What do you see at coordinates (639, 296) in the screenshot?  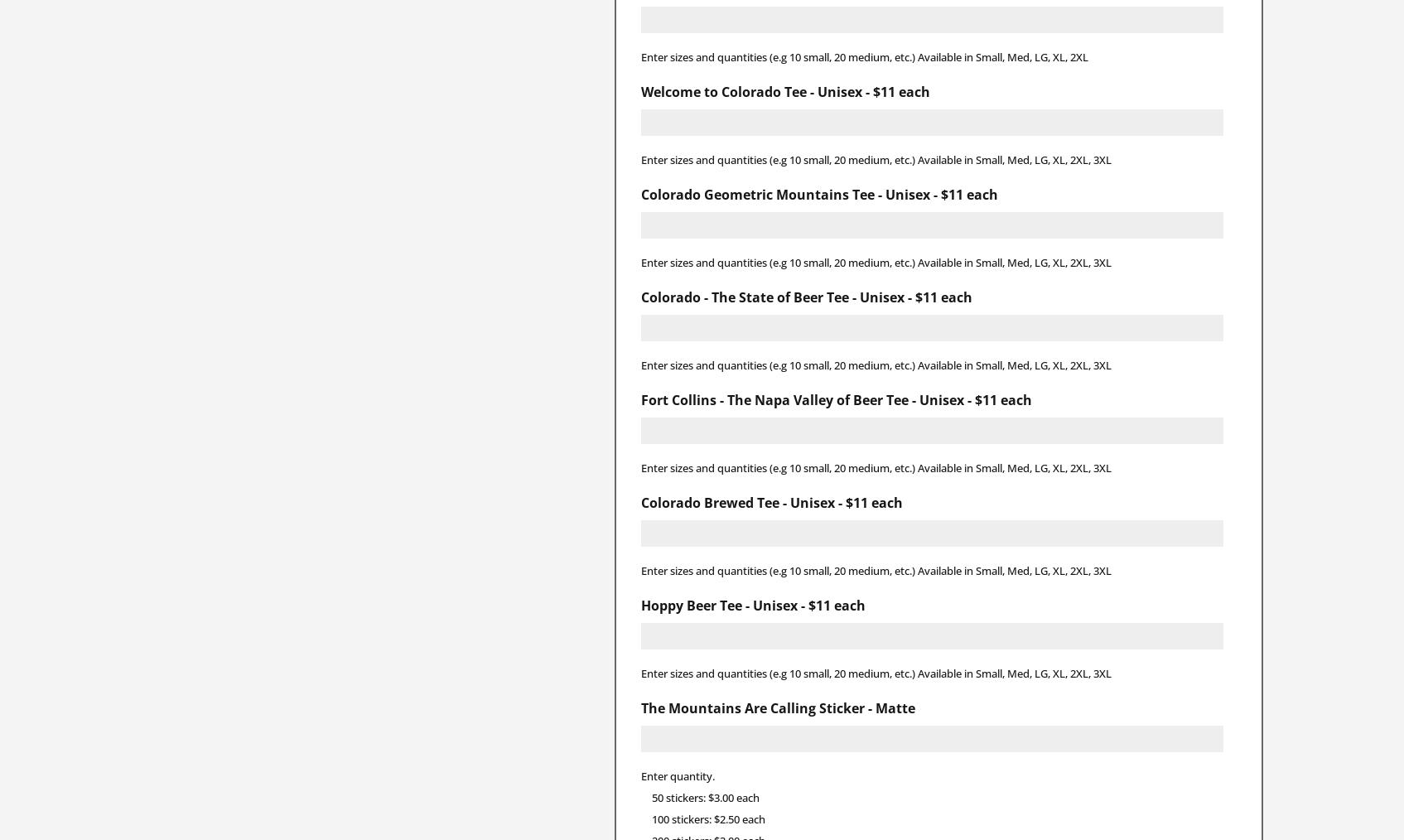 I see `'Colorado - The State of Beer Tee - Unisex - $11 each'` at bounding box center [639, 296].